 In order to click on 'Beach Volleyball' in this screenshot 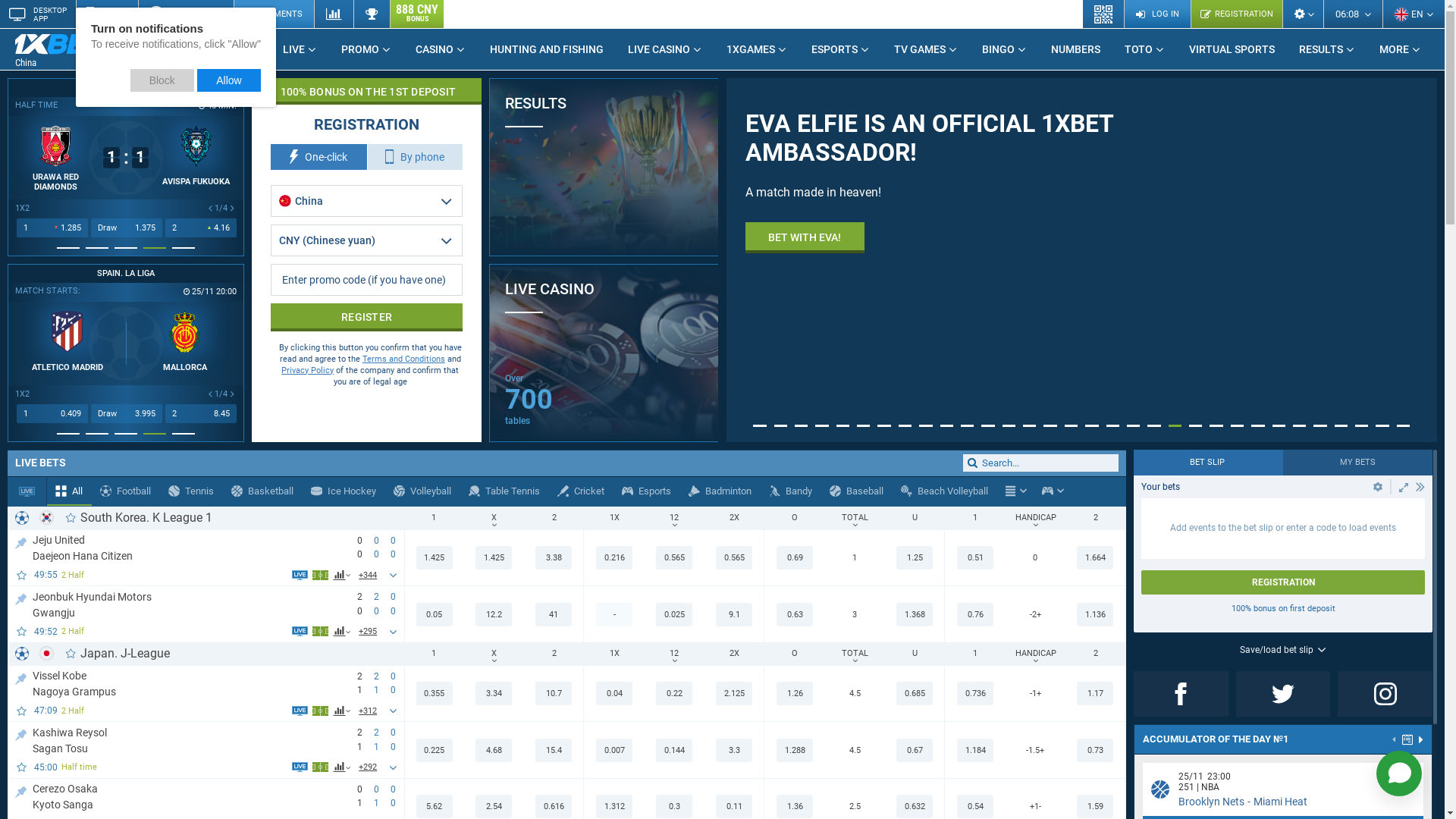, I will do `click(944, 491)`.